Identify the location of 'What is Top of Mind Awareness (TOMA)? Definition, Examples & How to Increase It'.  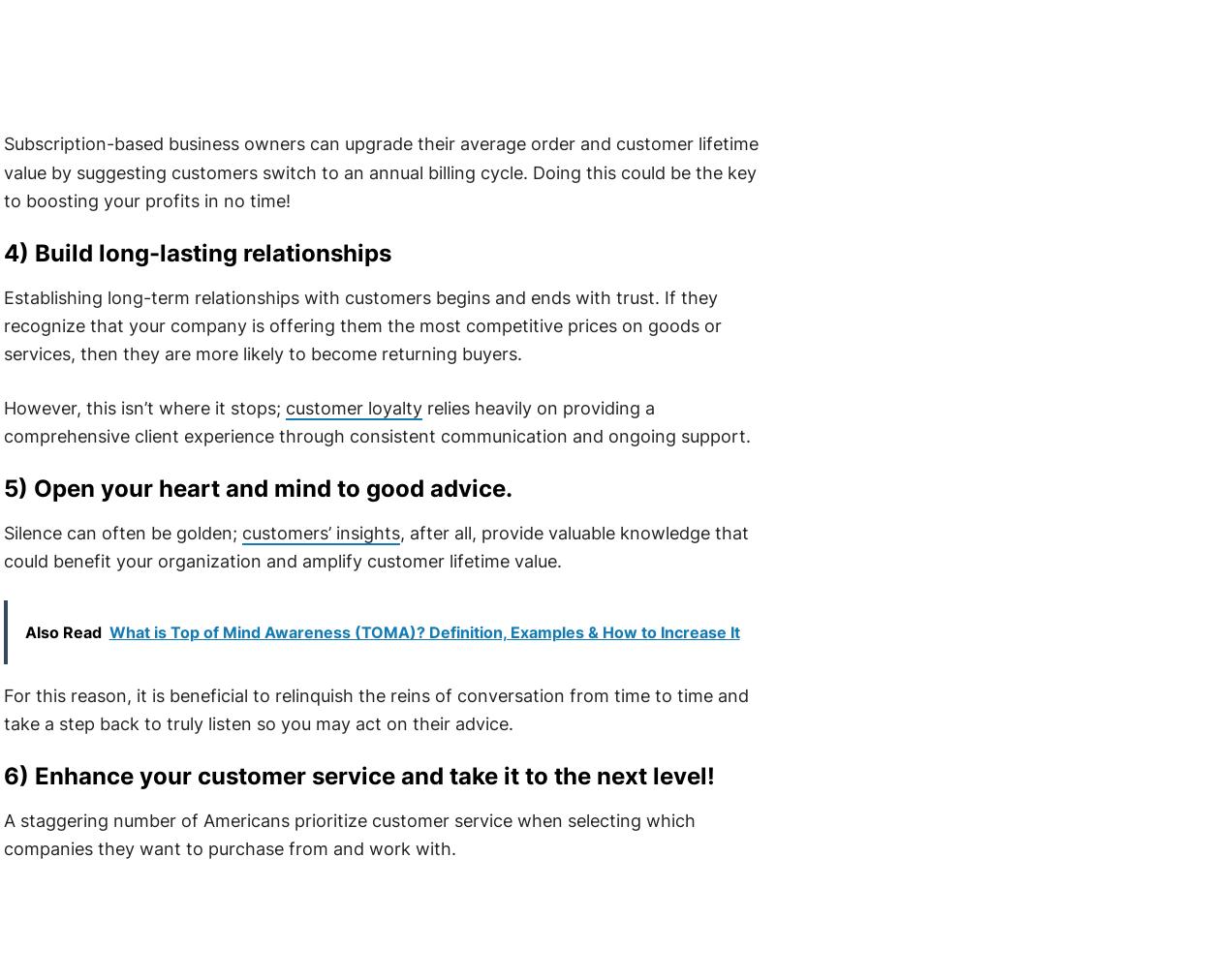
(108, 632).